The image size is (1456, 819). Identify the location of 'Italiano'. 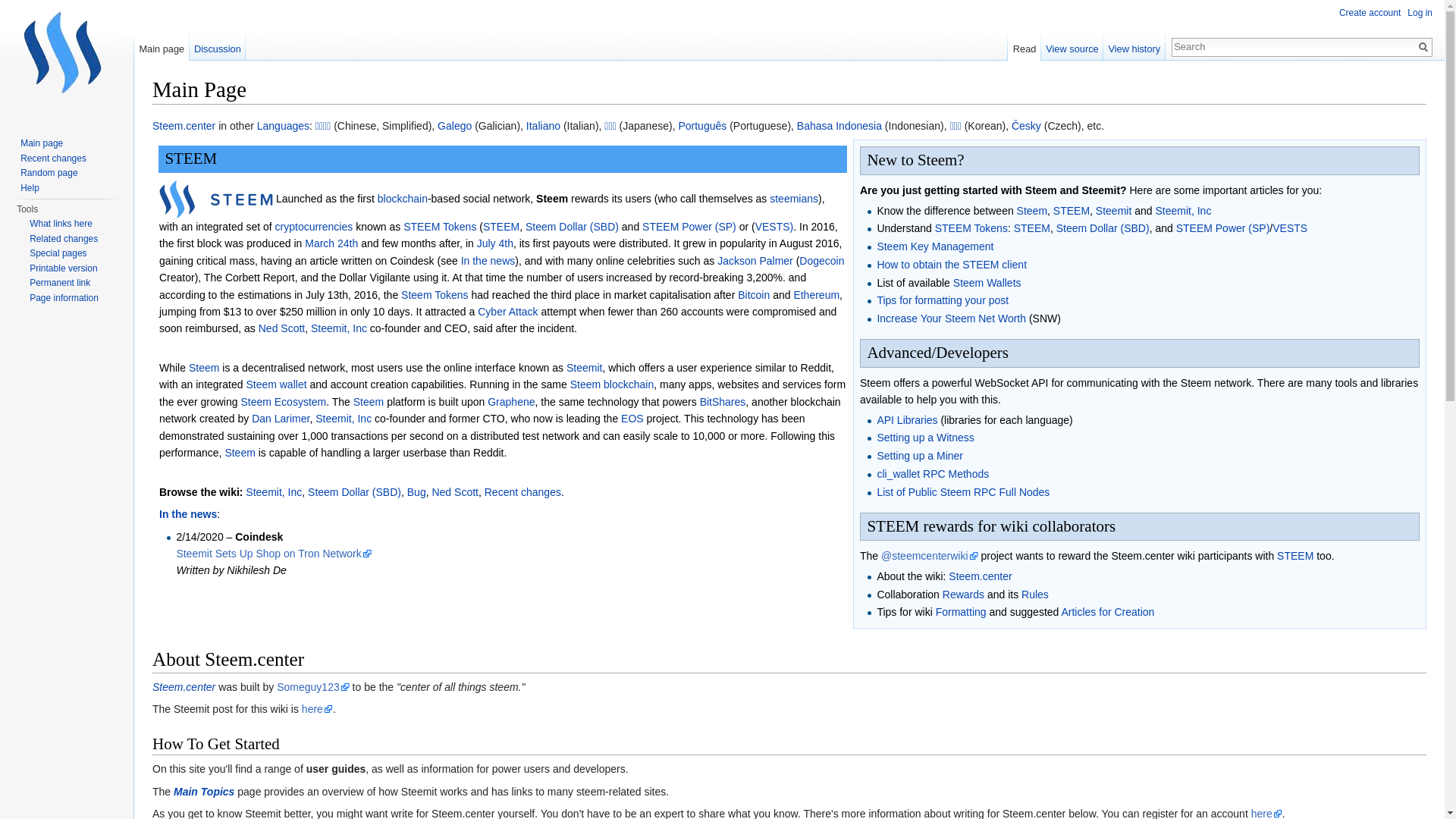
(543, 124).